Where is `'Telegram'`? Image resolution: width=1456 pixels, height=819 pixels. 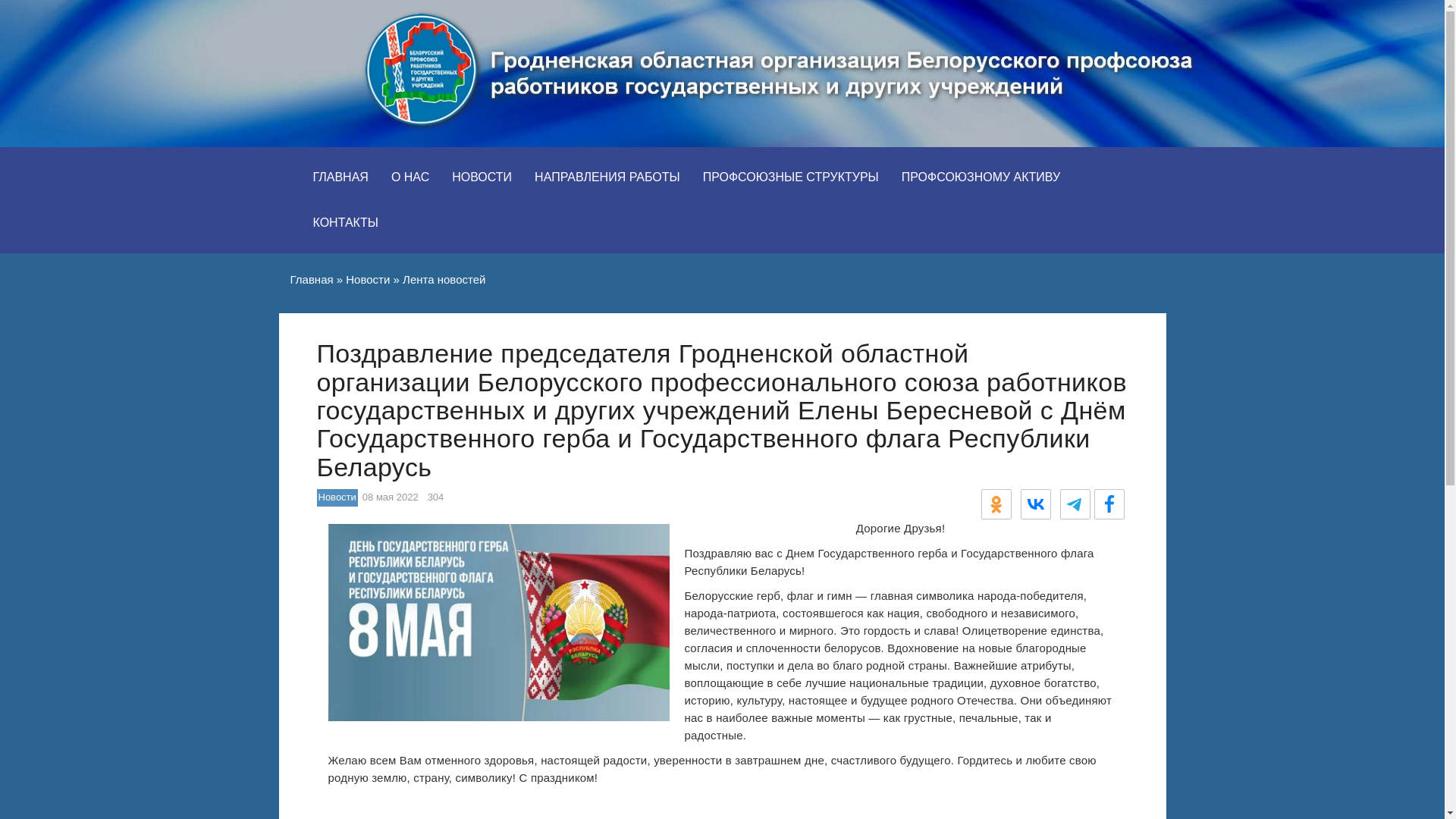
'Telegram' is located at coordinates (1059, 504).